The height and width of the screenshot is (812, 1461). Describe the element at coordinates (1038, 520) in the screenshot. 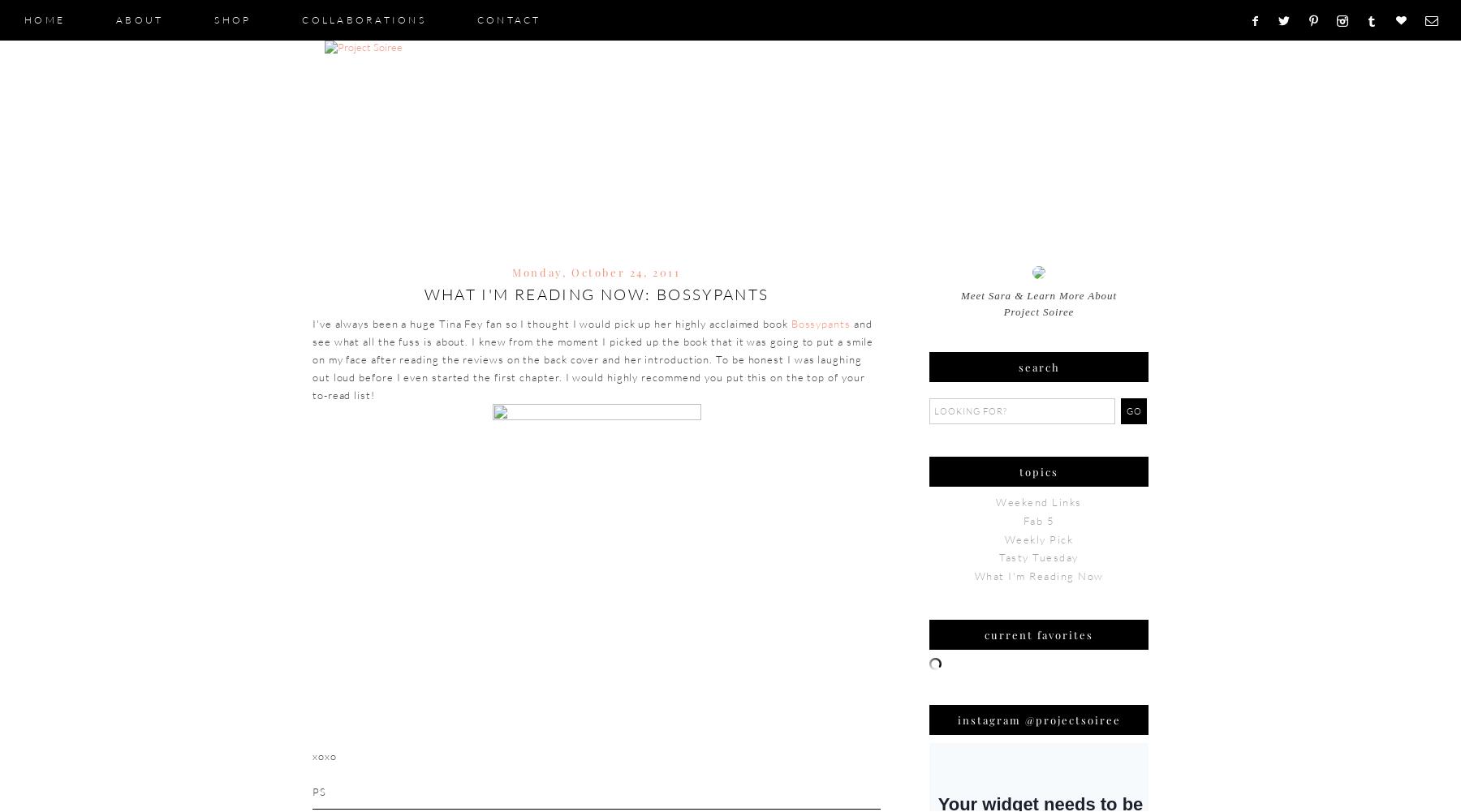

I see `'Fab 5'` at that location.